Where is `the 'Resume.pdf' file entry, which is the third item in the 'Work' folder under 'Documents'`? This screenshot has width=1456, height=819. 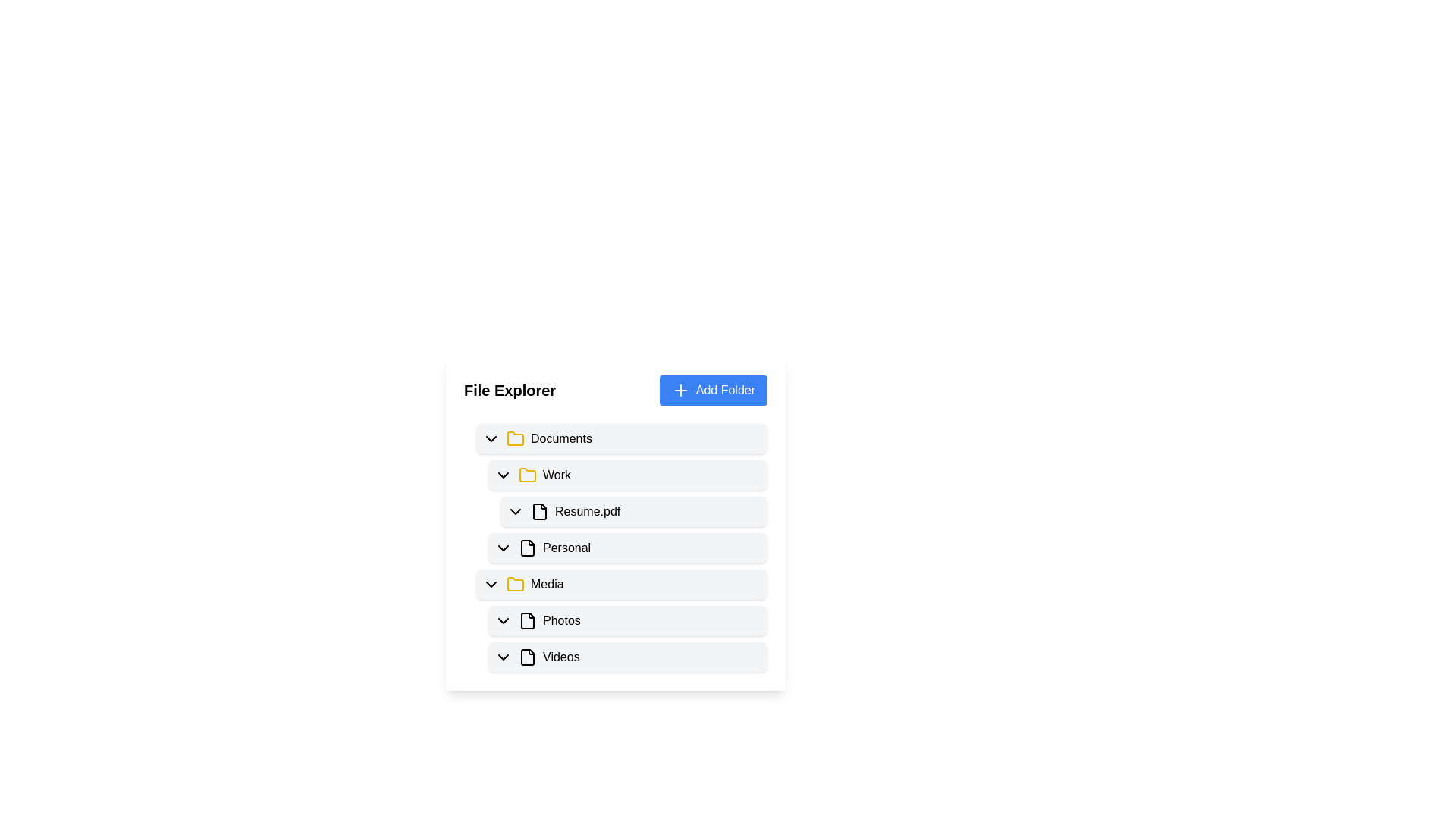 the 'Resume.pdf' file entry, which is the third item in the 'Work' folder under 'Documents' is located at coordinates (633, 512).